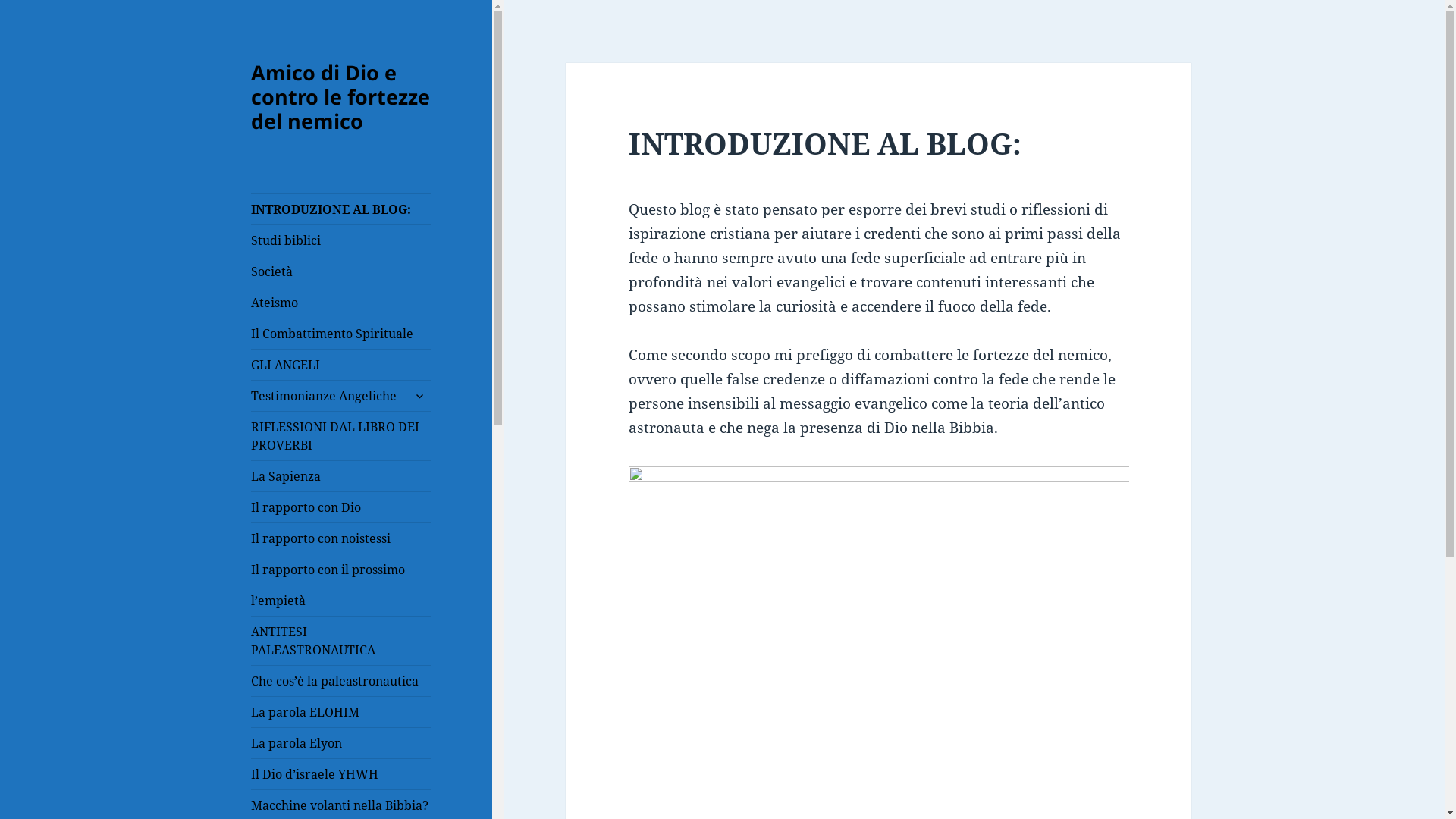  Describe the element at coordinates (340, 711) in the screenshot. I see `'La parola ELOHIM'` at that location.